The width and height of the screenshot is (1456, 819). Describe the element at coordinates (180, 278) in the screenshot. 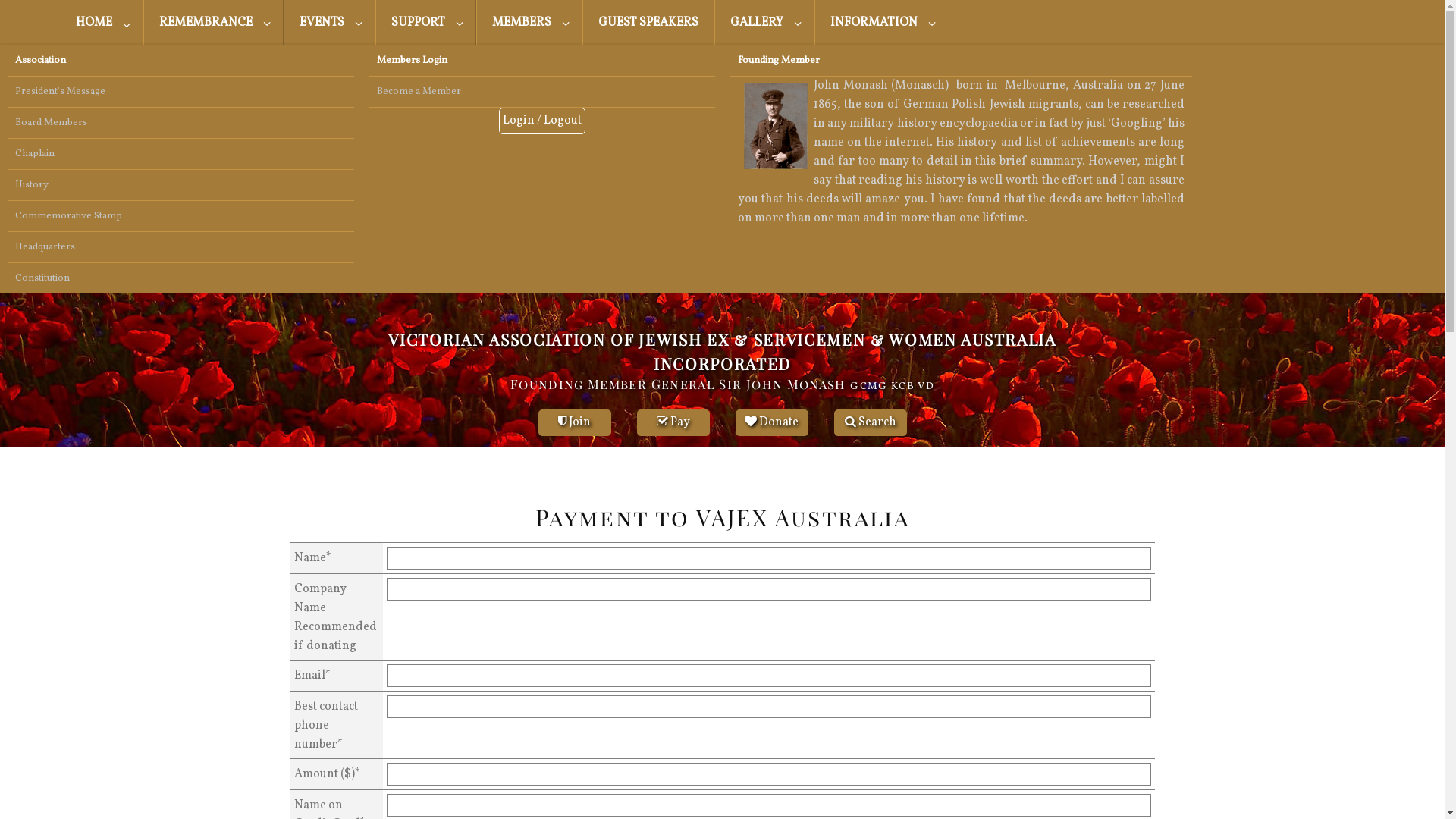

I see `'Constitution'` at that location.